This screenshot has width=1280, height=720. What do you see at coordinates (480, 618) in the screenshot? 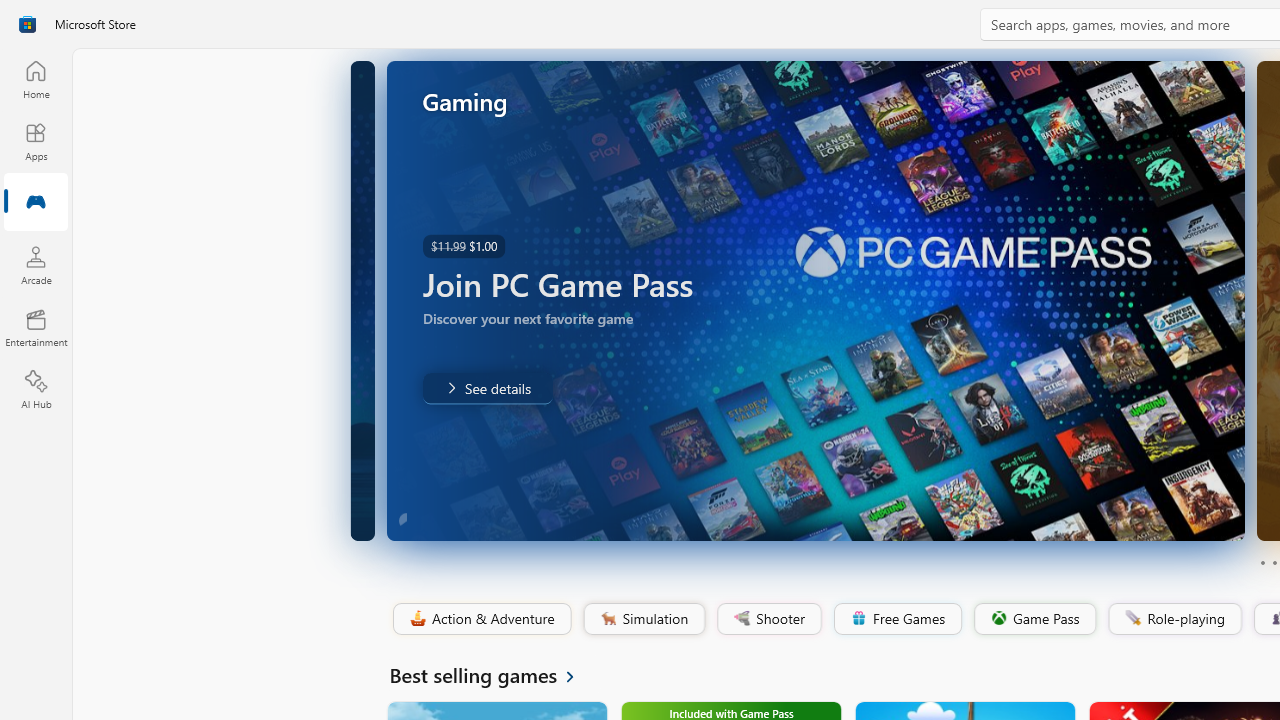
I see `'Action & Adventure'` at bounding box center [480, 618].